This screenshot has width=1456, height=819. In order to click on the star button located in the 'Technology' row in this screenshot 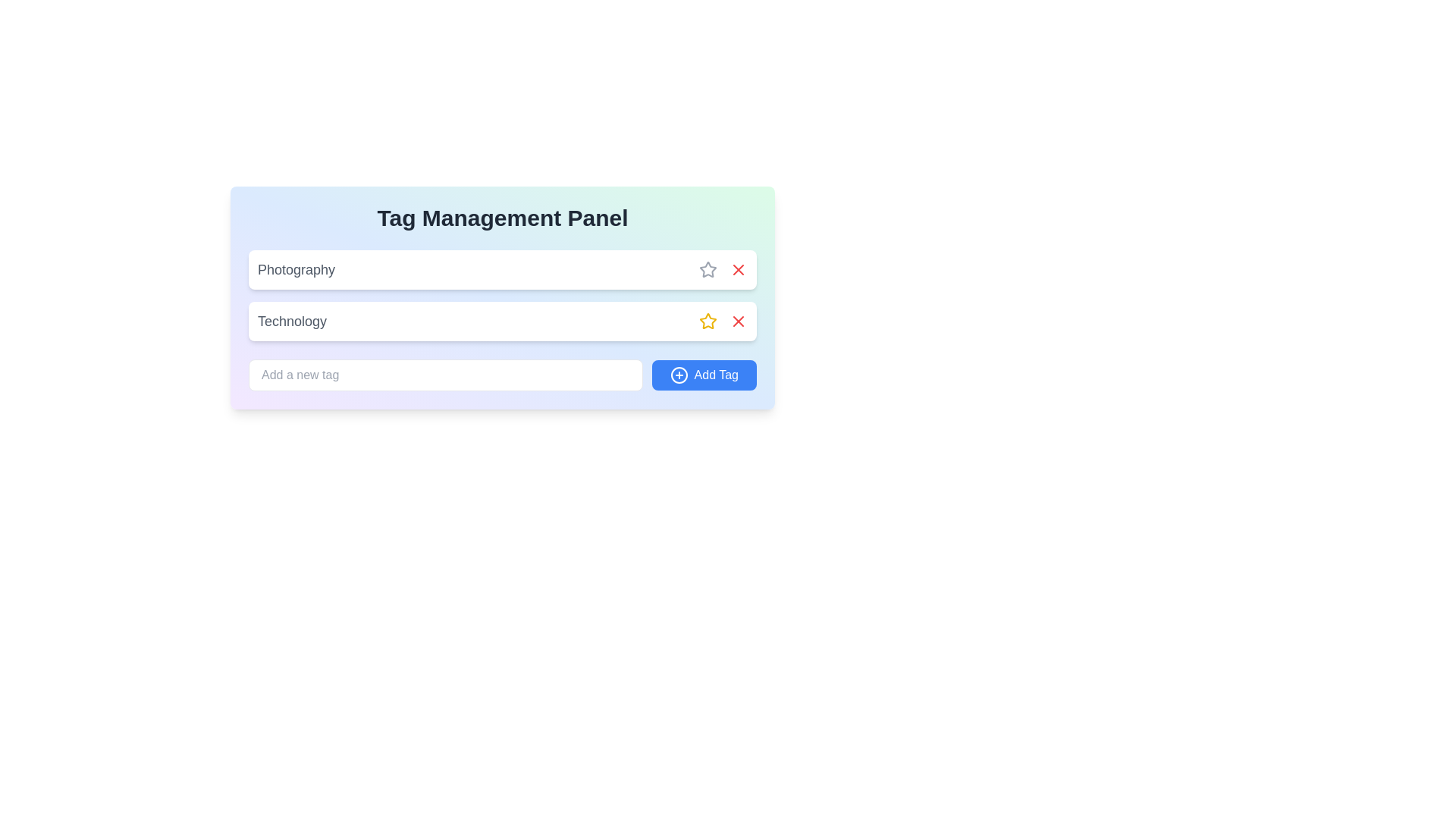, I will do `click(708, 268)`.